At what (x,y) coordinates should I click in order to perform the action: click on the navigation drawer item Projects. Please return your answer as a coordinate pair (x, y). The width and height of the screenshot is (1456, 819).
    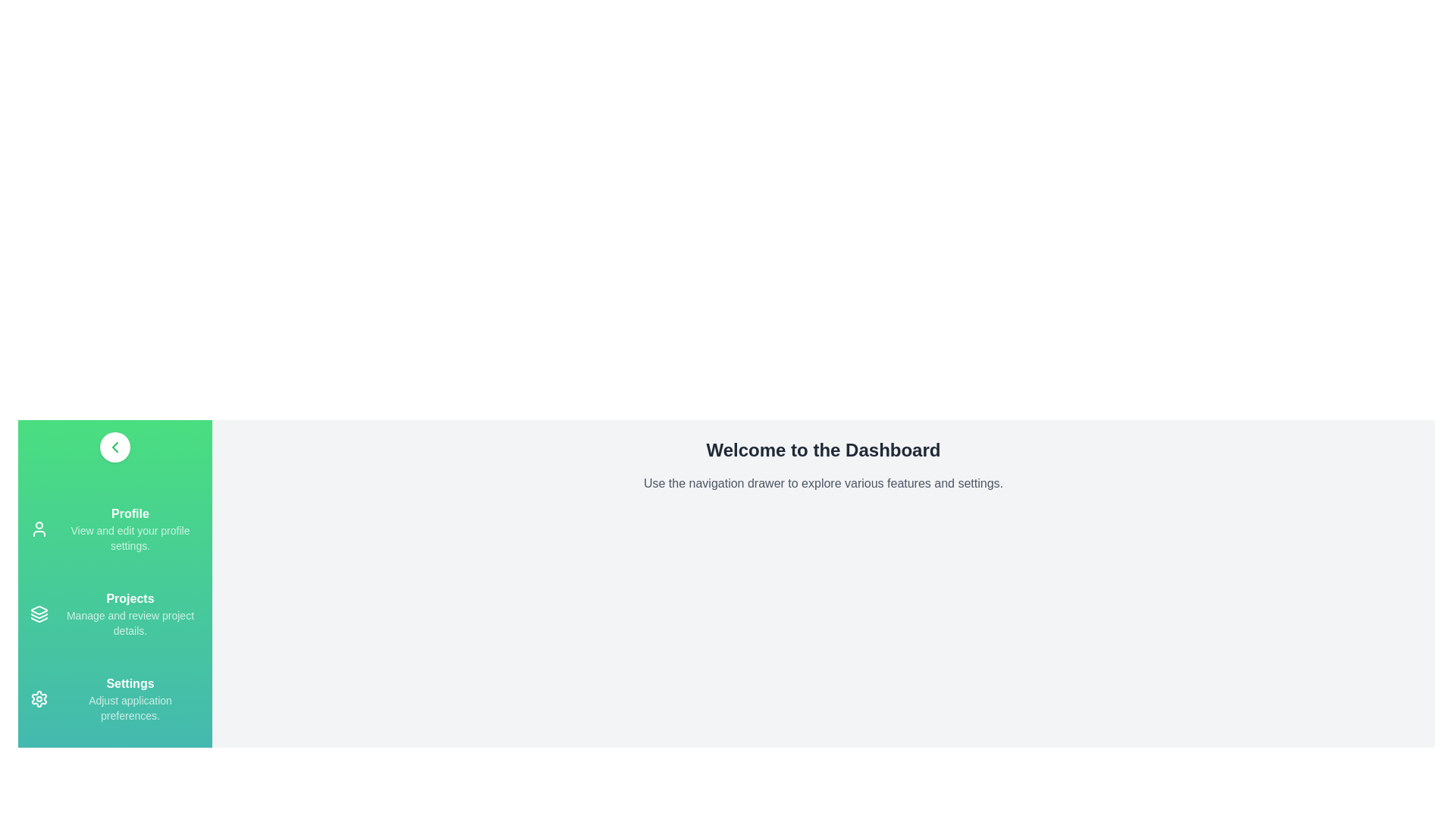
    Looking at the image, I should click on (39, 614).